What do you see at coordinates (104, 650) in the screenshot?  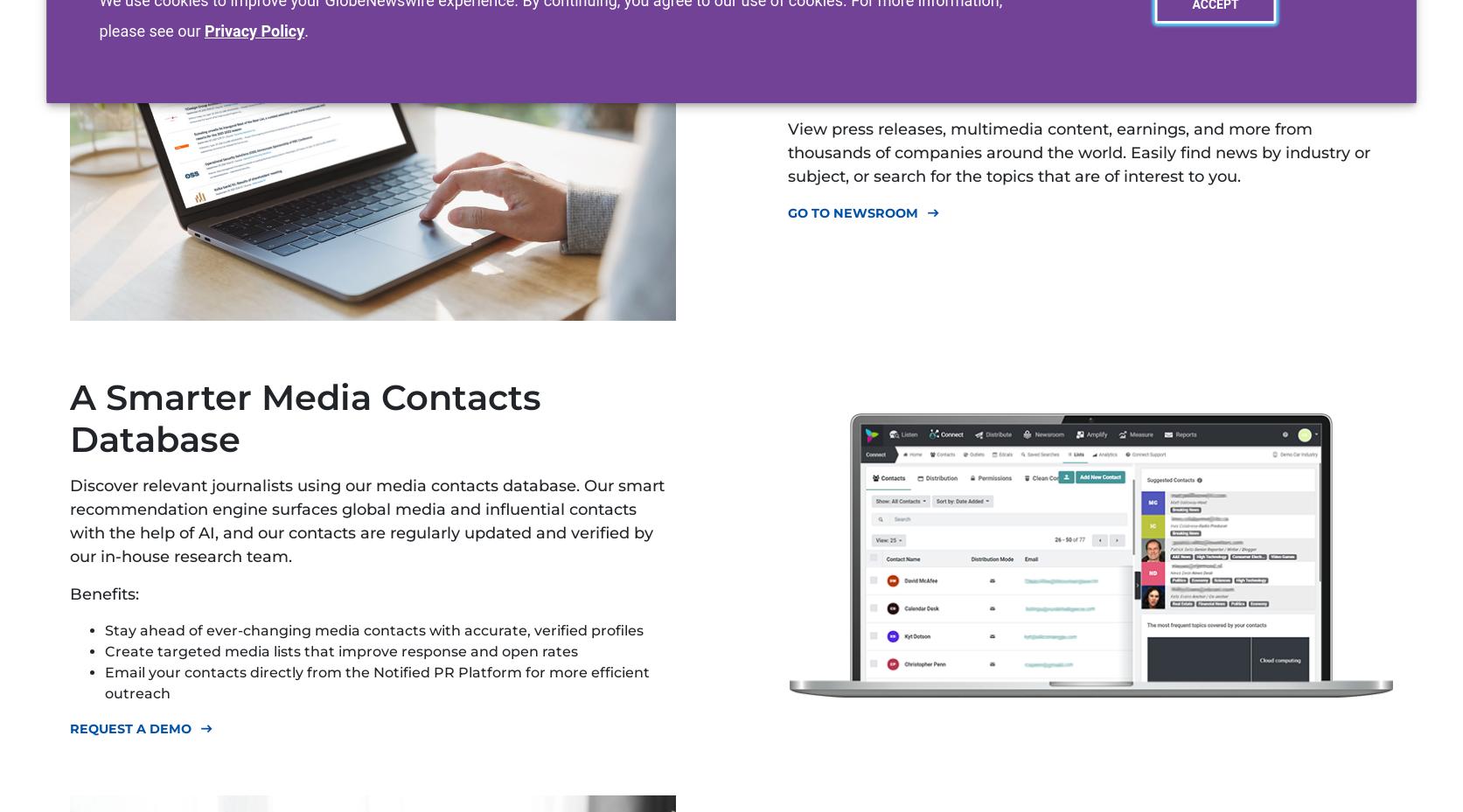 I see `'Create targeted media lists that improve response and open rates'` at bounding box center [104, 650].